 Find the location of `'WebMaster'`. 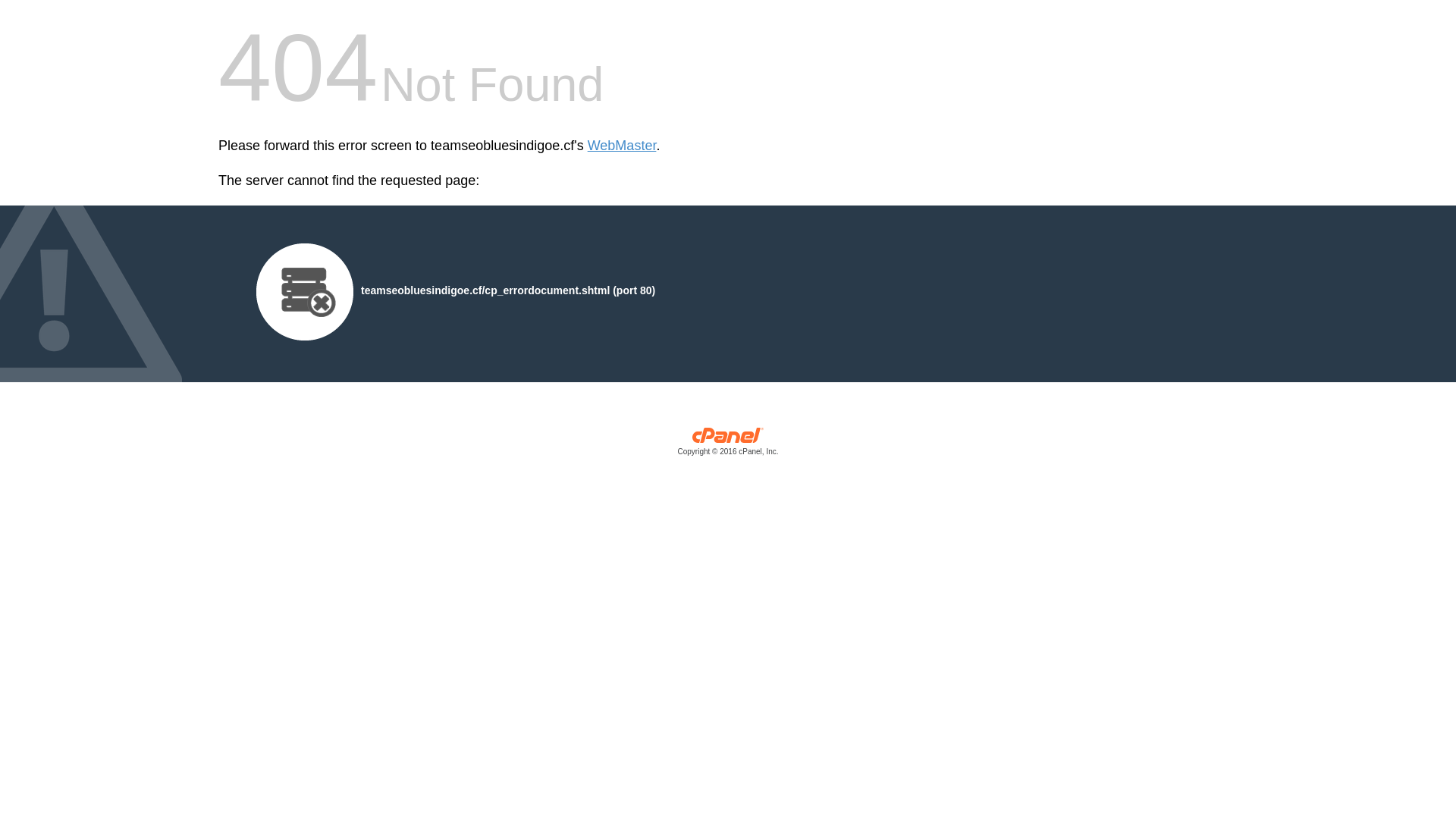

'WebMaster' is located at coordinates (622, 146).